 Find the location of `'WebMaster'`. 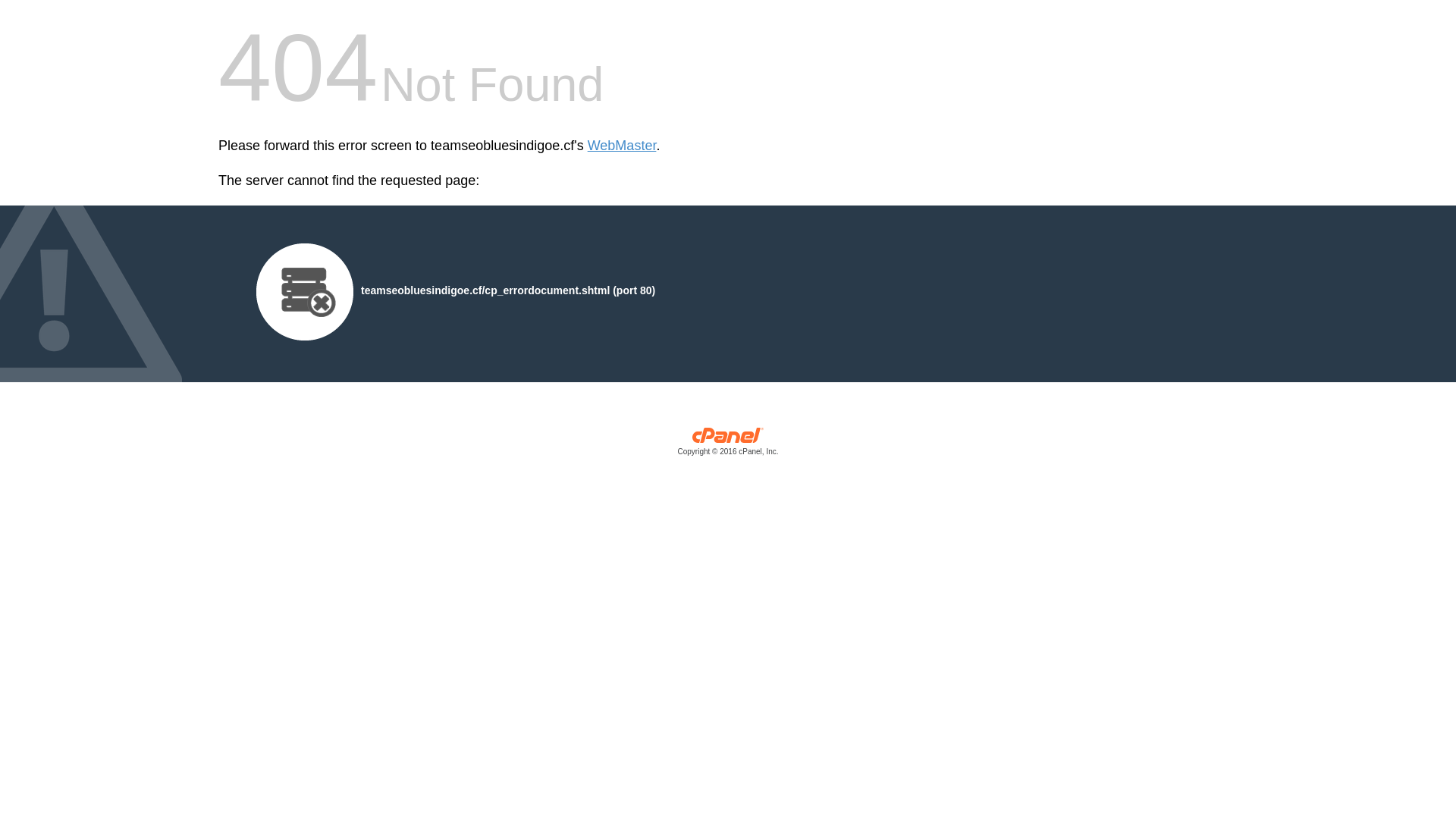

'WebMaster' is located at coordinates (622, 146).